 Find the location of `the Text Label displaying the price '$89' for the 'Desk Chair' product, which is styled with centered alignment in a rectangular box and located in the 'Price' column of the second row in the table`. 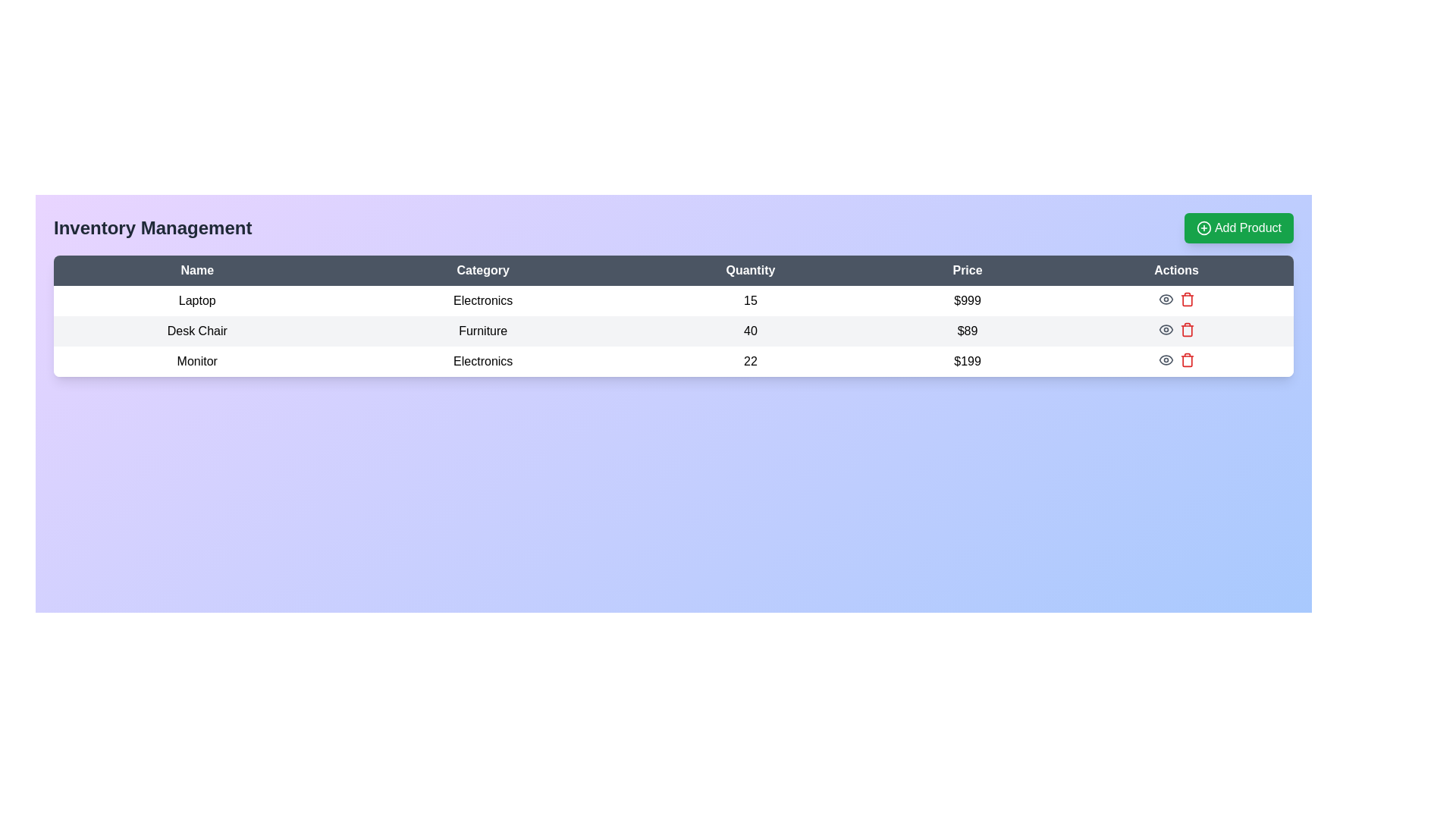

the Text Label displaying the price '$89' for the 'Desk Chair' product, which is styled with centered alignment in a rectangular box and located in the 'Price' column of the second row in the table is located at coordinates (967, 330).